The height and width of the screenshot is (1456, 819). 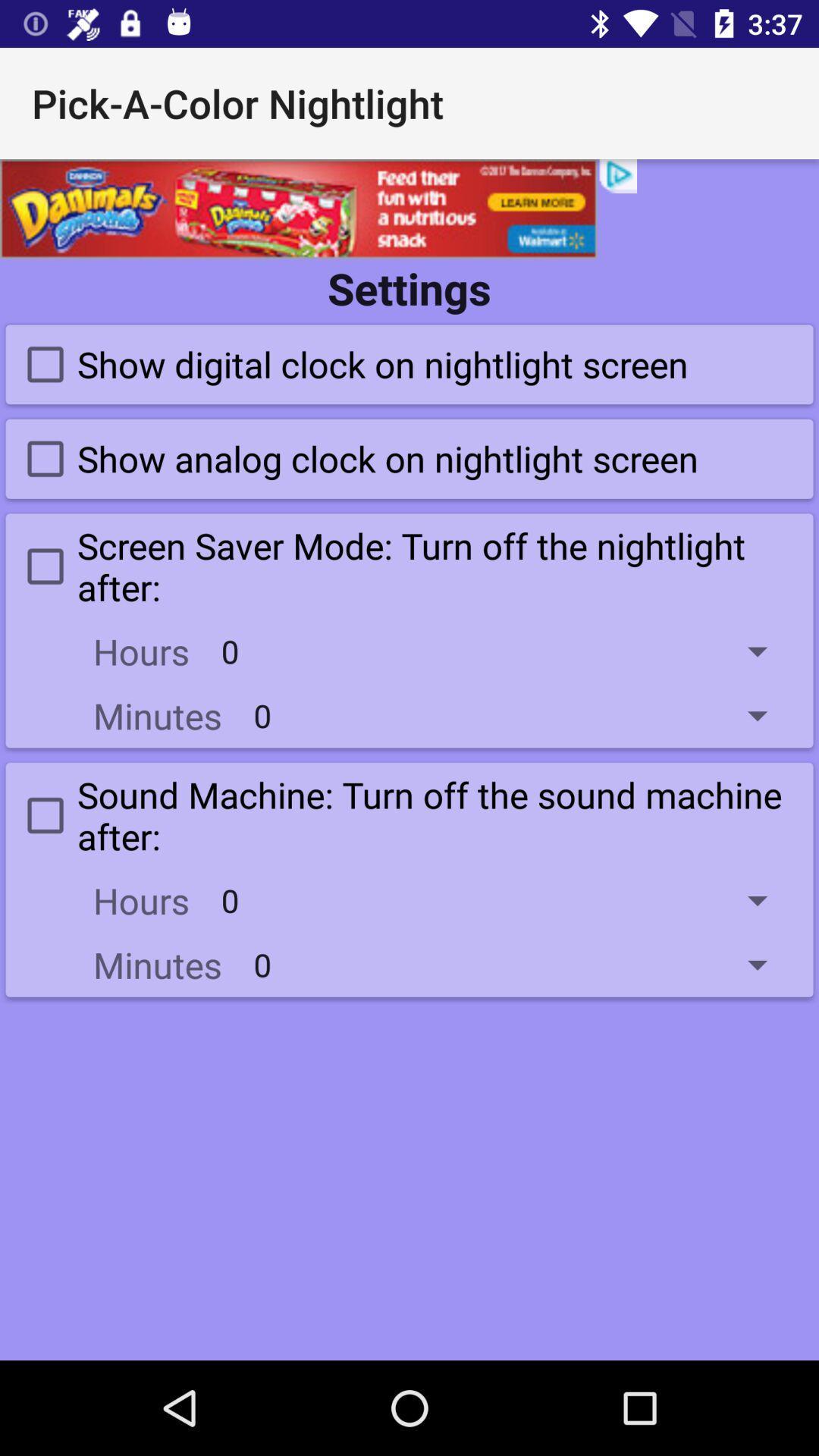 I want to click on the first check box, so click(x=350, y=364).